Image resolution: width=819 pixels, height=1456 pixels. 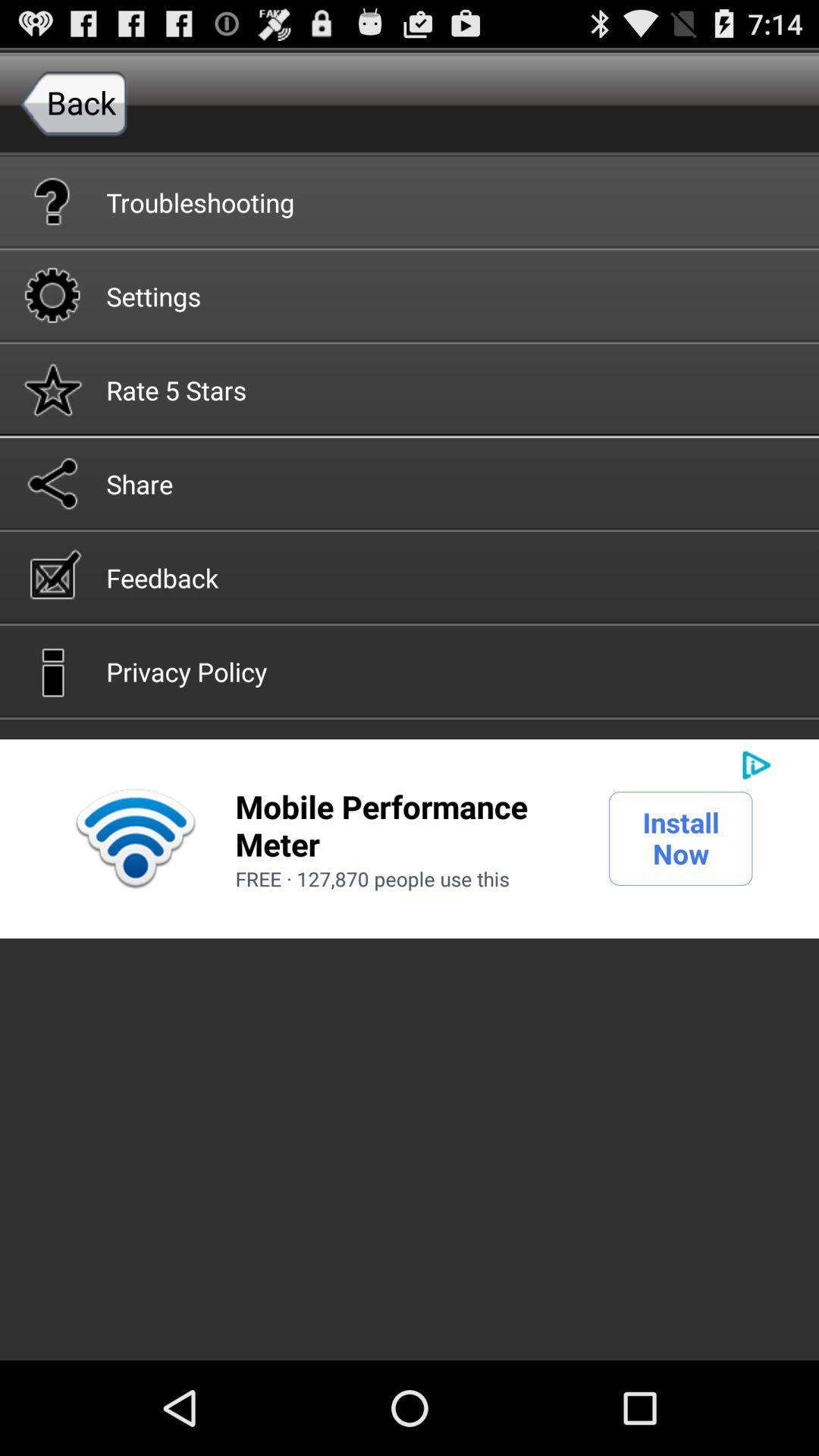 I want to click on the back, so click(x=74, y=102).